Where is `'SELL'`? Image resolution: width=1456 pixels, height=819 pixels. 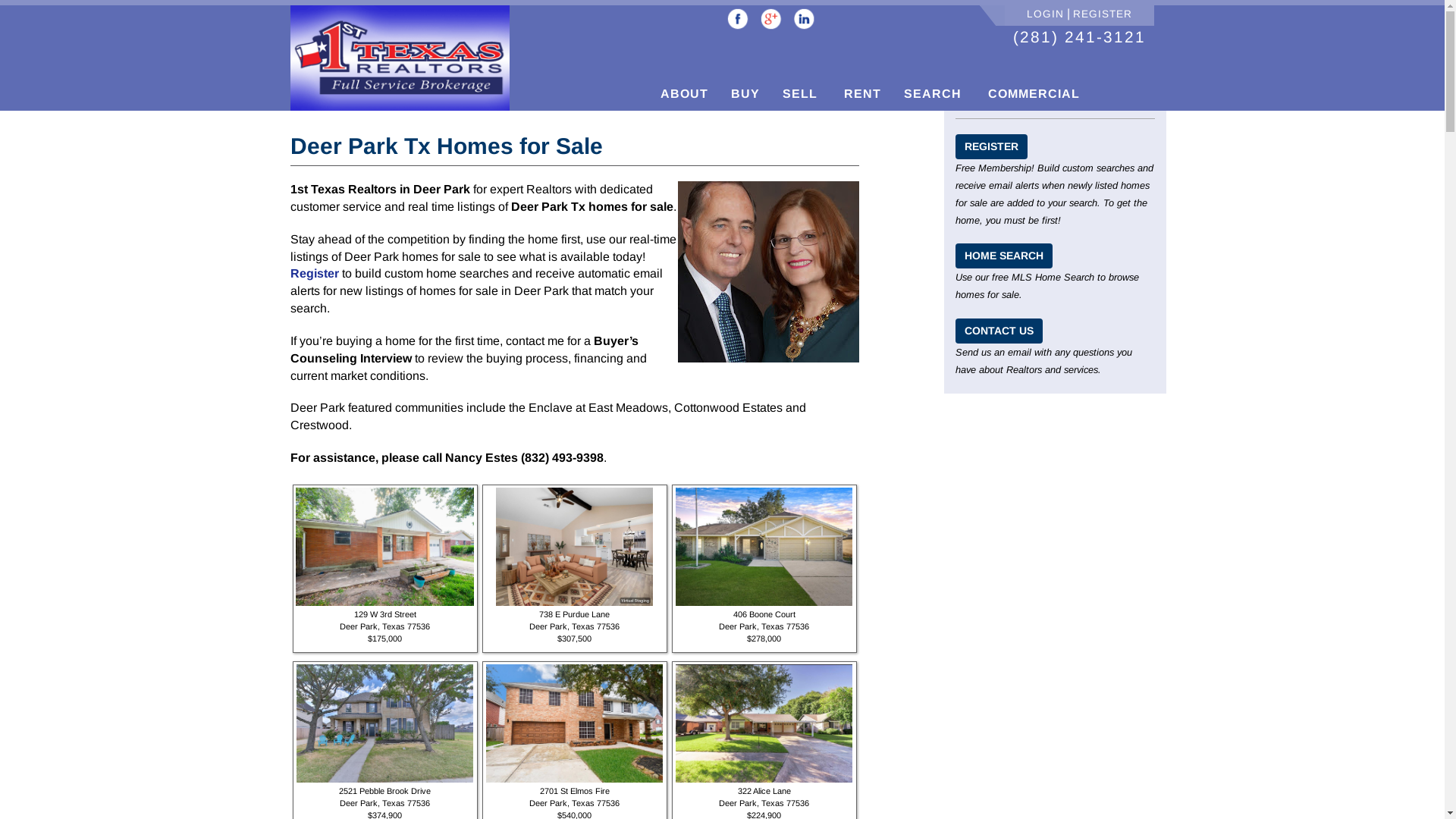 'SELL' is located at coordinates (771, 90).